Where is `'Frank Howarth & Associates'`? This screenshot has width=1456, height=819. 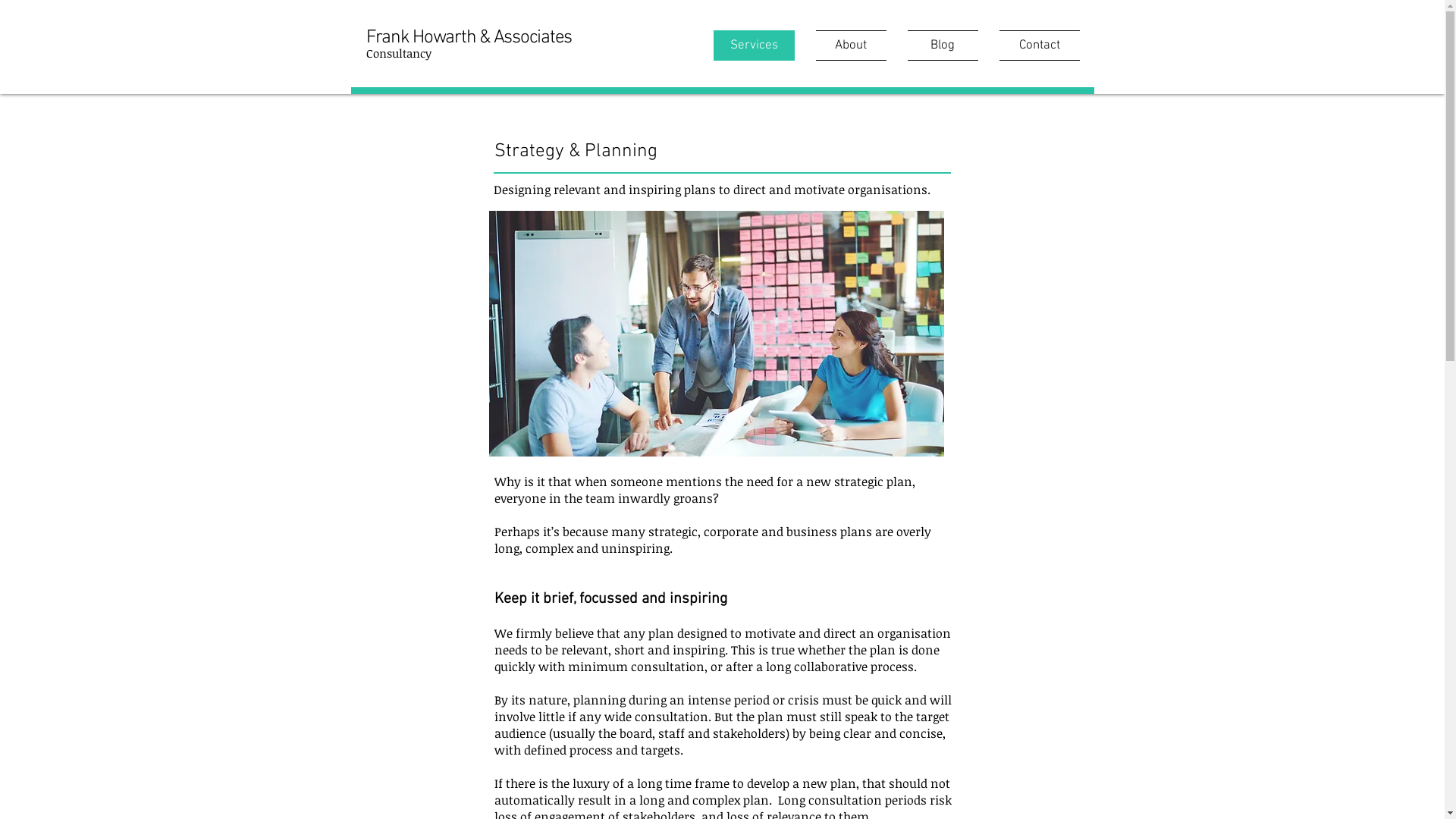
'Frank Howarth & Associates' is located at coordinates (468, 37).